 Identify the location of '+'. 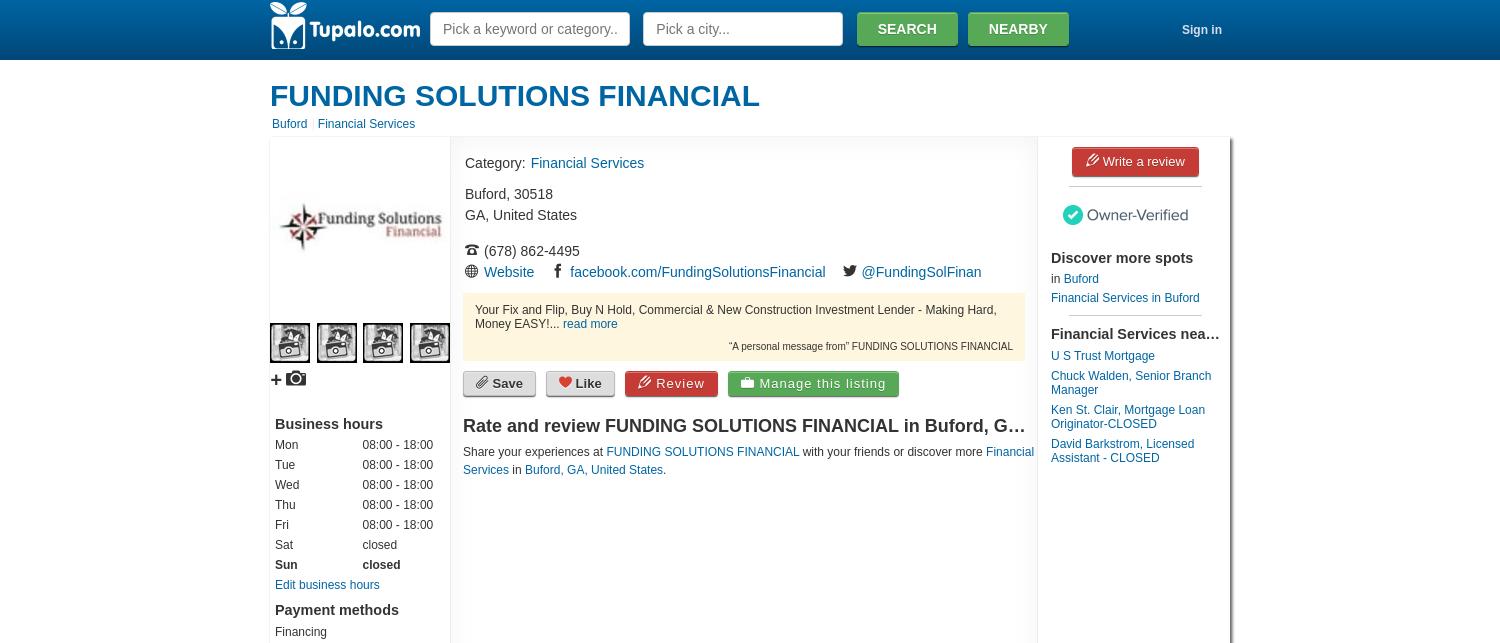
(270, 379).